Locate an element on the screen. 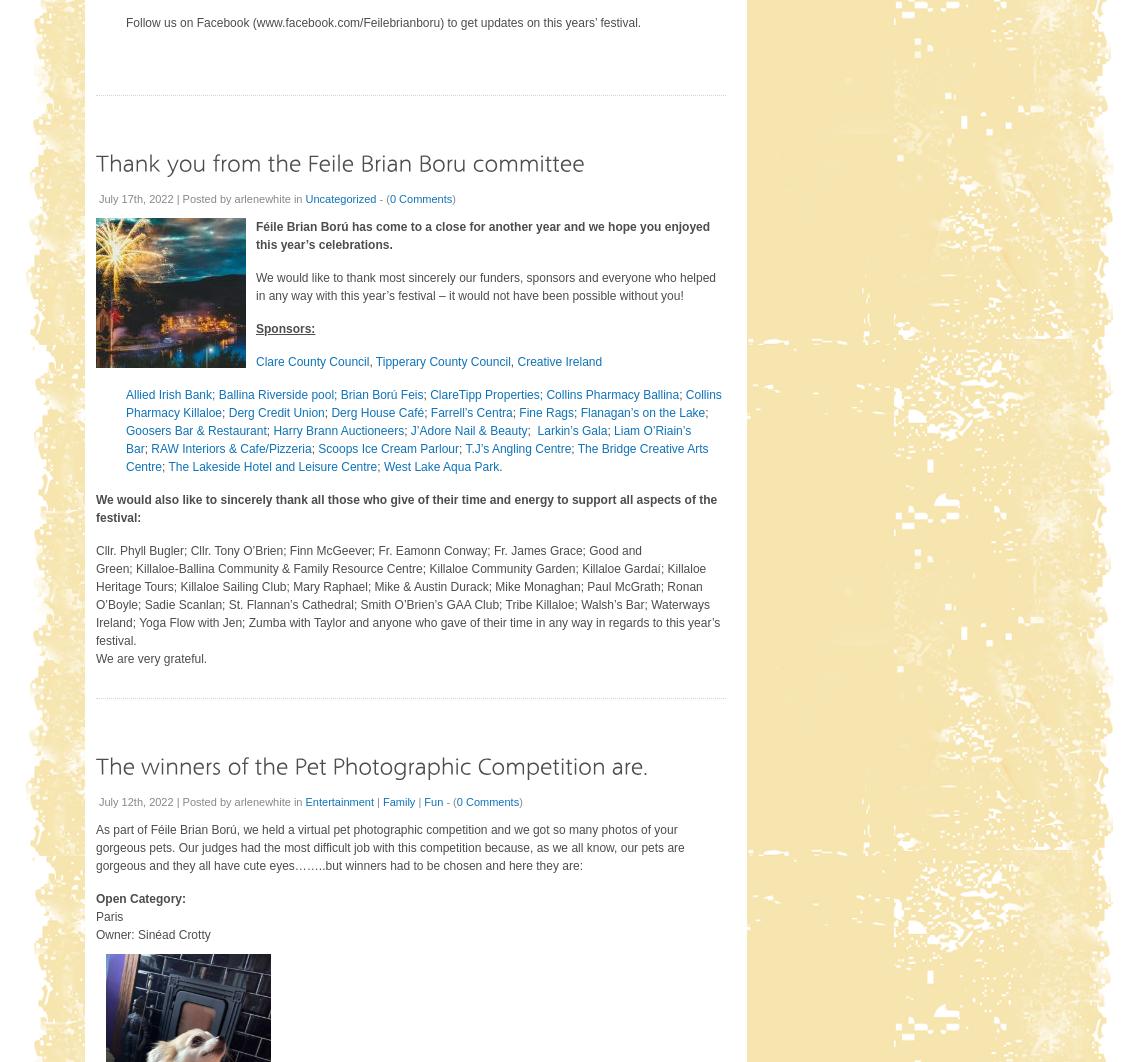  'Goosers Bar & Restaurant' is located at coordinates (195, 429).